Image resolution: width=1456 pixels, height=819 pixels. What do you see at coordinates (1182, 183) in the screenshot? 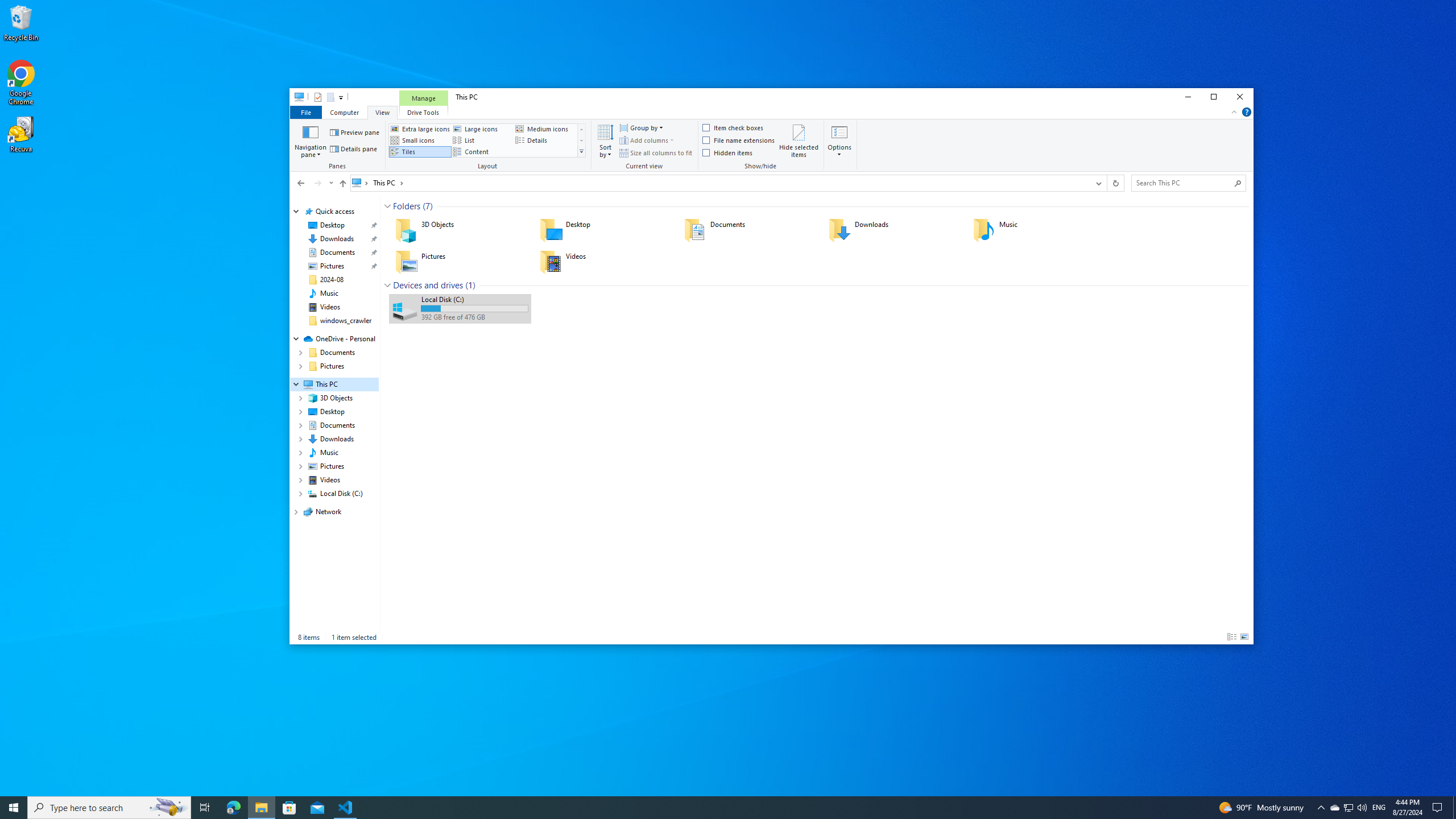
I see `'Search Box'` at bounding box center [1182, 183].